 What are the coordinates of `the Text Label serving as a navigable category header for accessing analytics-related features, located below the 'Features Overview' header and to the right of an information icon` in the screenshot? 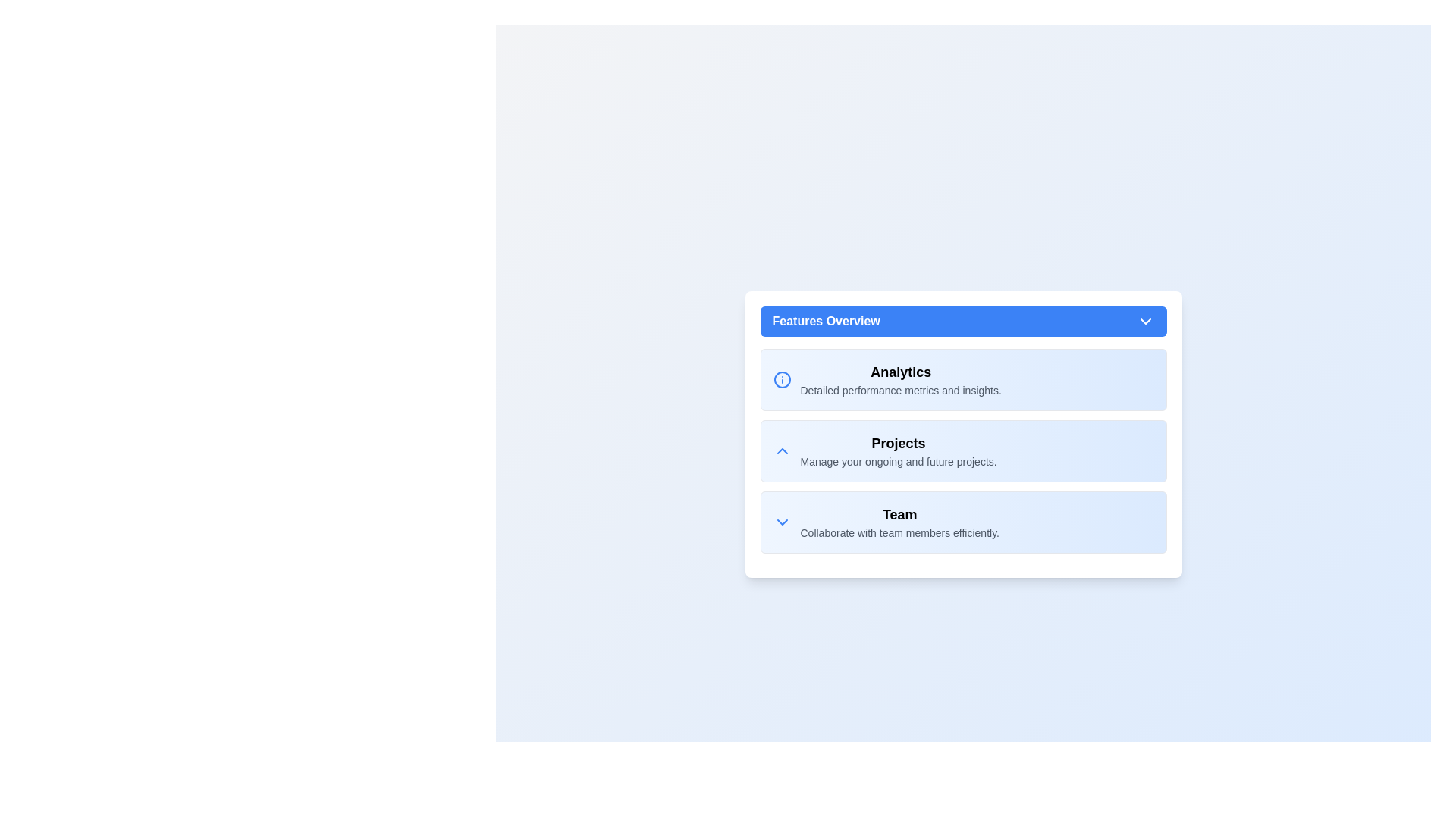 It's located at (901, 379).